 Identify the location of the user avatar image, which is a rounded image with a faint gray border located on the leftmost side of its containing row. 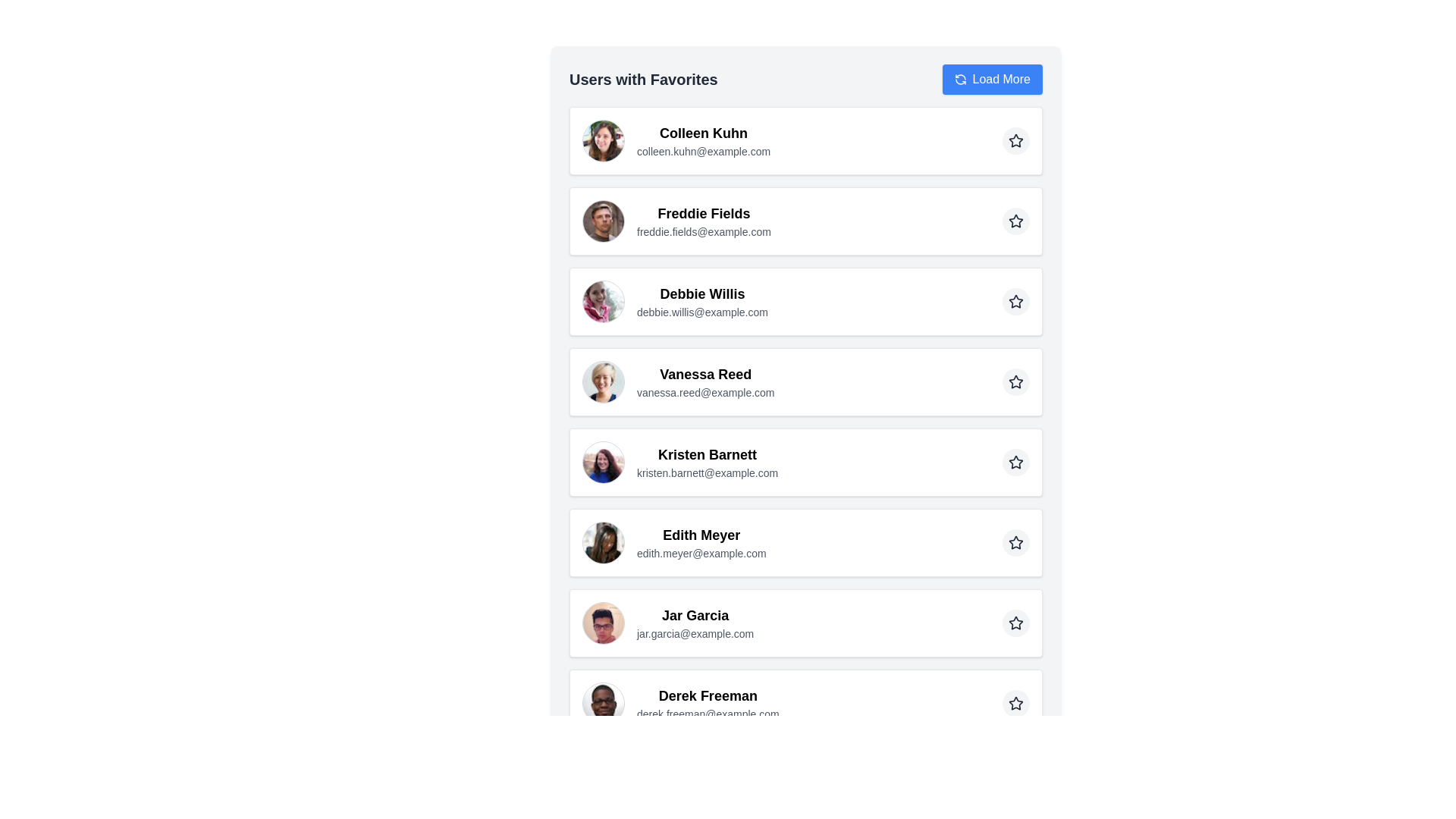
(603, 783).